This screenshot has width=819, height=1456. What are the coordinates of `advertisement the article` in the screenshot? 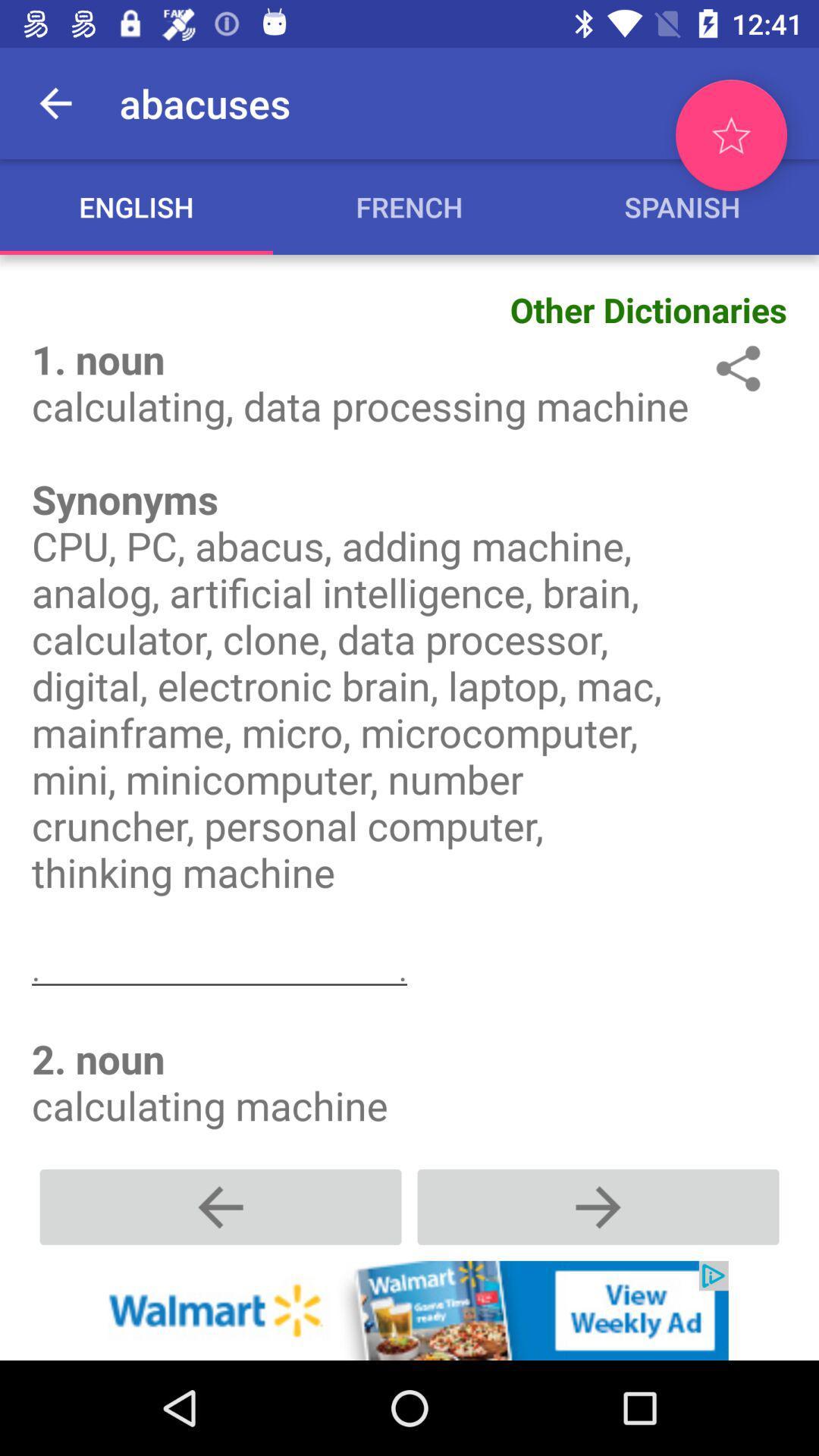 It's located at (409, 1310).